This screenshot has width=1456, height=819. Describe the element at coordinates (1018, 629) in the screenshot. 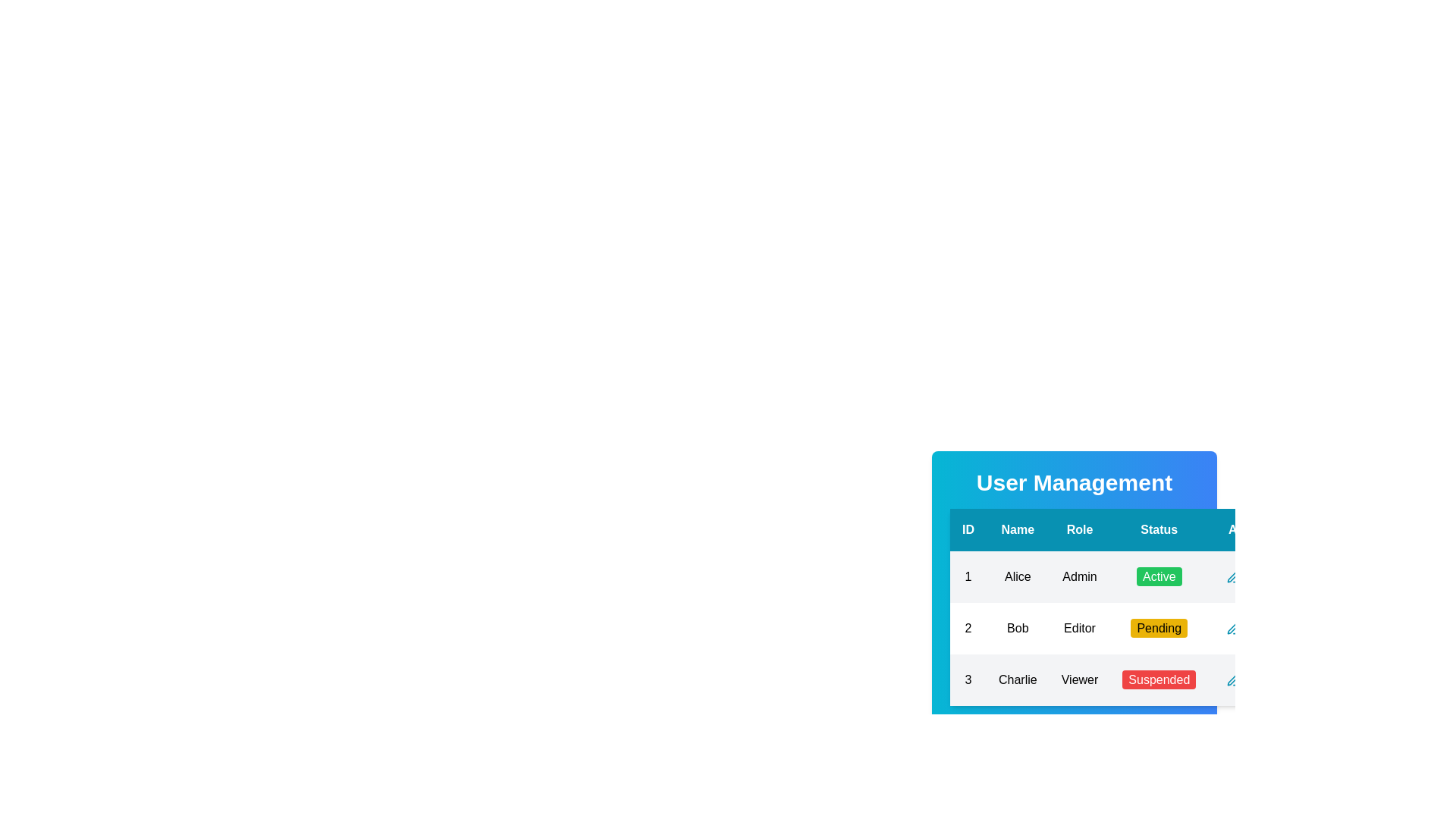

I see `the static text label displaying the name 'Bob' located in the second row and second column of the table under the 'Name' column header` at that location.